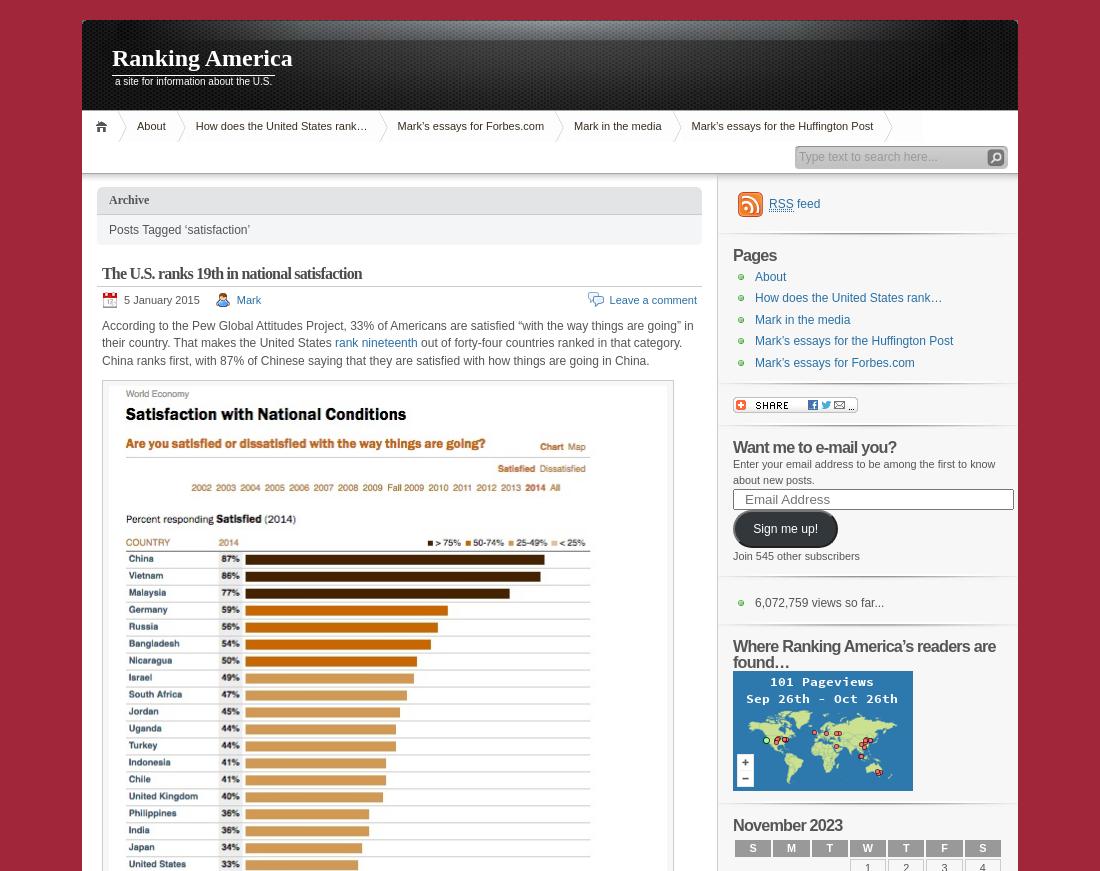 This screenshot has height=871, width=1100. I want to click on 'Posts Tagged ‘satisfaction’', so click(109, 230).